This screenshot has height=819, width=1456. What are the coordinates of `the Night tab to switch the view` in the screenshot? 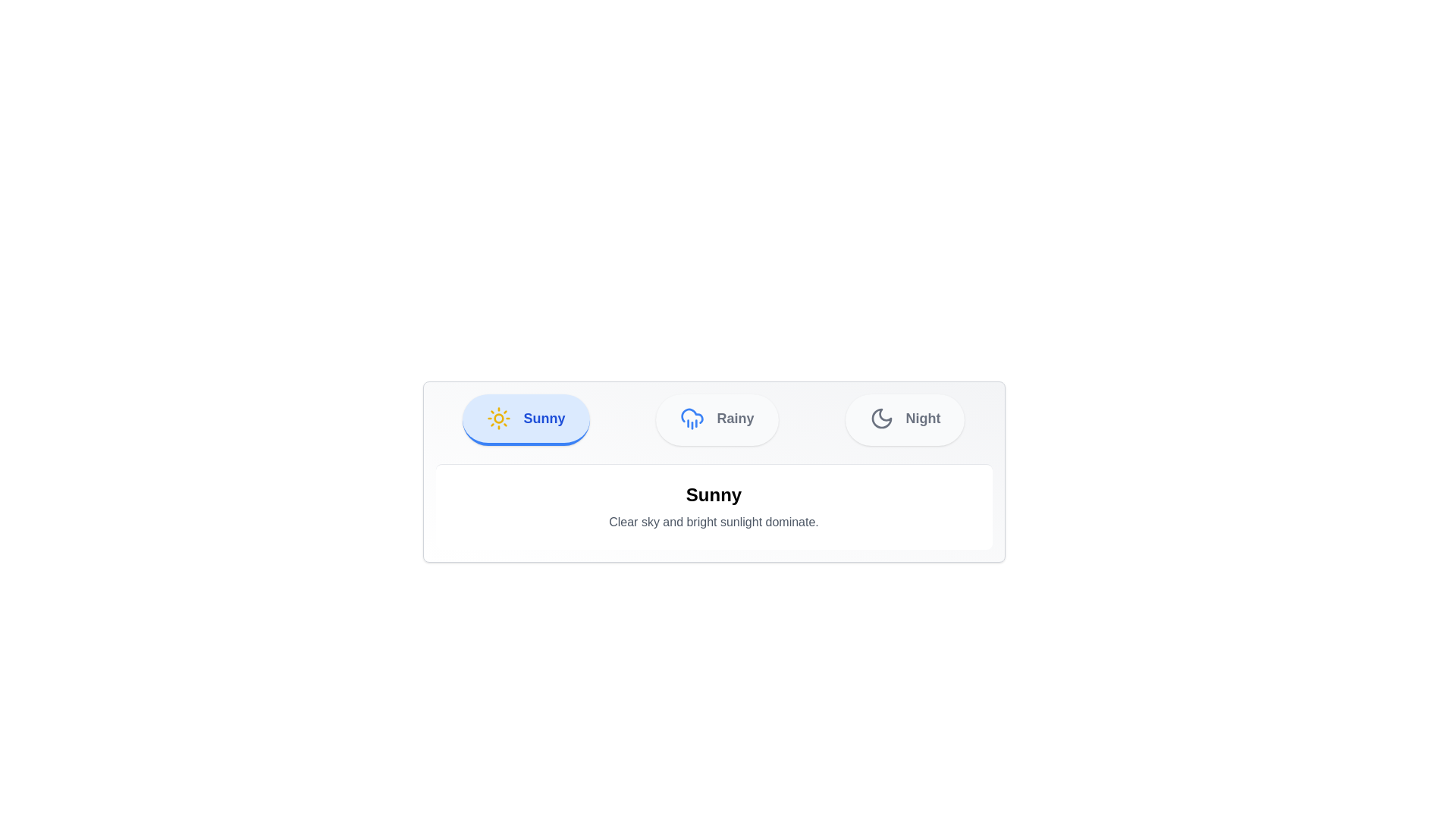 It's located at (905, 420).